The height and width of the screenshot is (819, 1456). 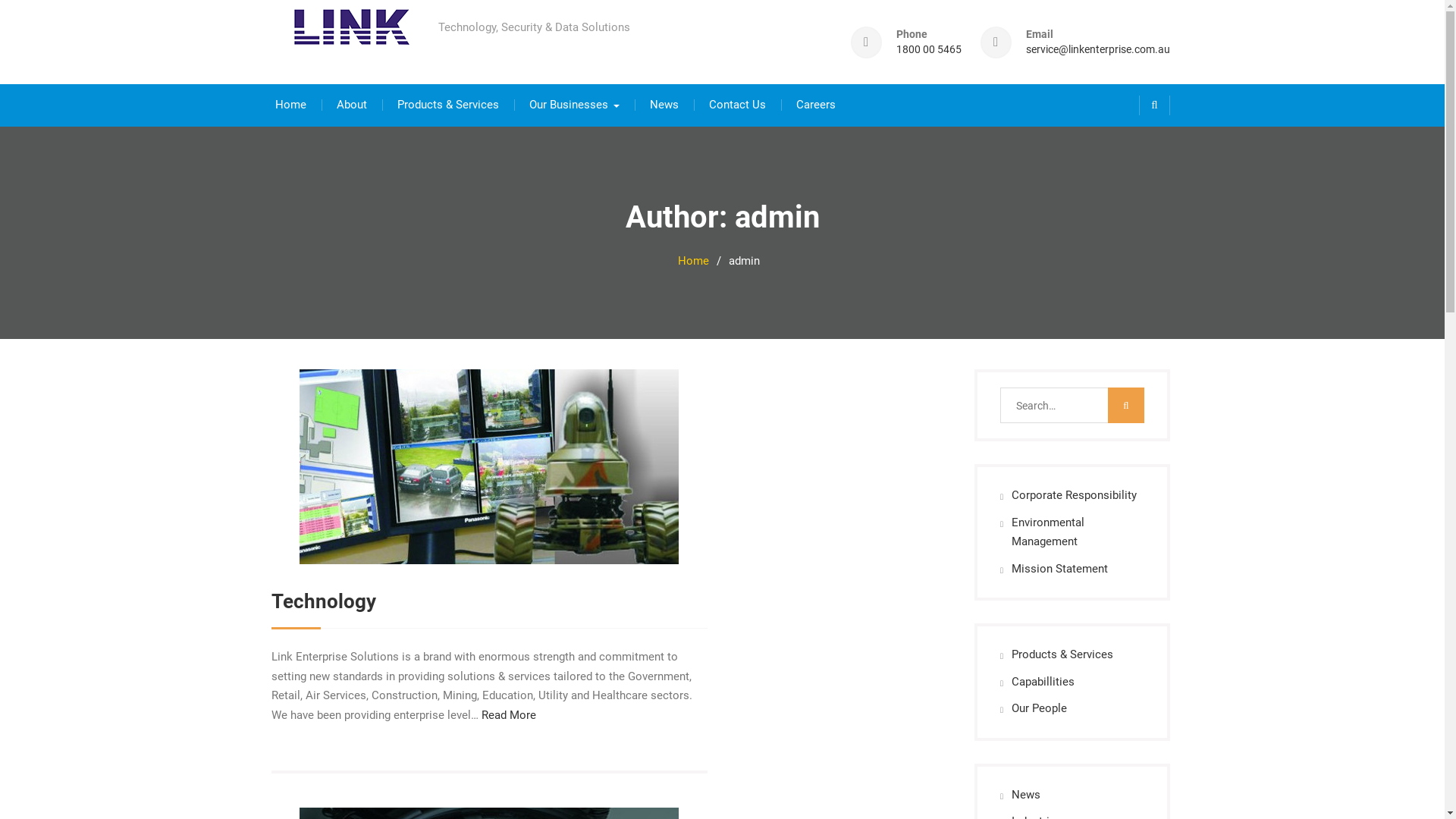 I want to click on 'Corporate Responsibility', so click(x=1073, y=494).